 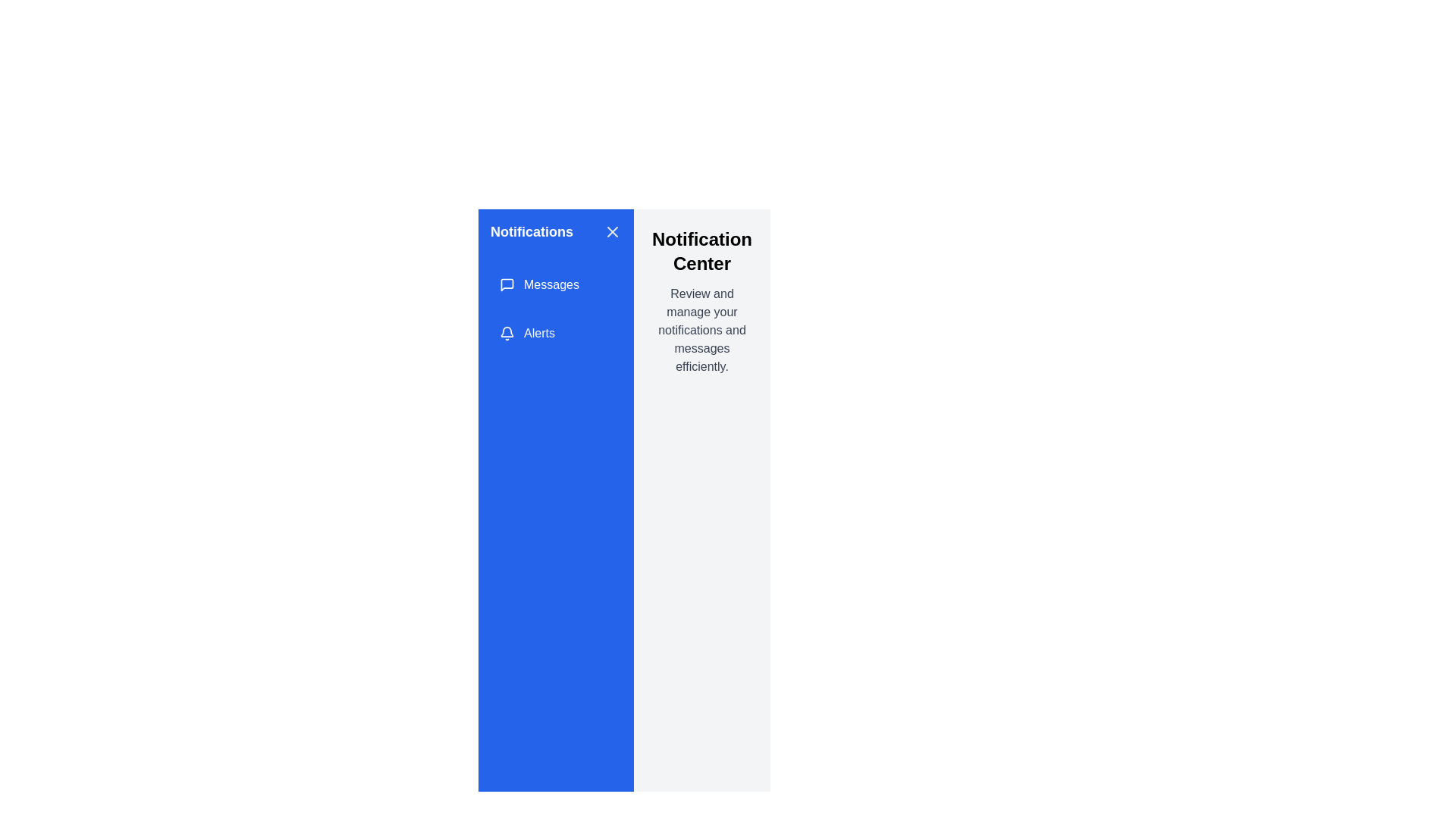 I want to click on the static text displaying 'Review and manage your notifications and messages efficiently.' located below the 'Notification Center' title in the right-aligned panel, so click(x=701, y=329).